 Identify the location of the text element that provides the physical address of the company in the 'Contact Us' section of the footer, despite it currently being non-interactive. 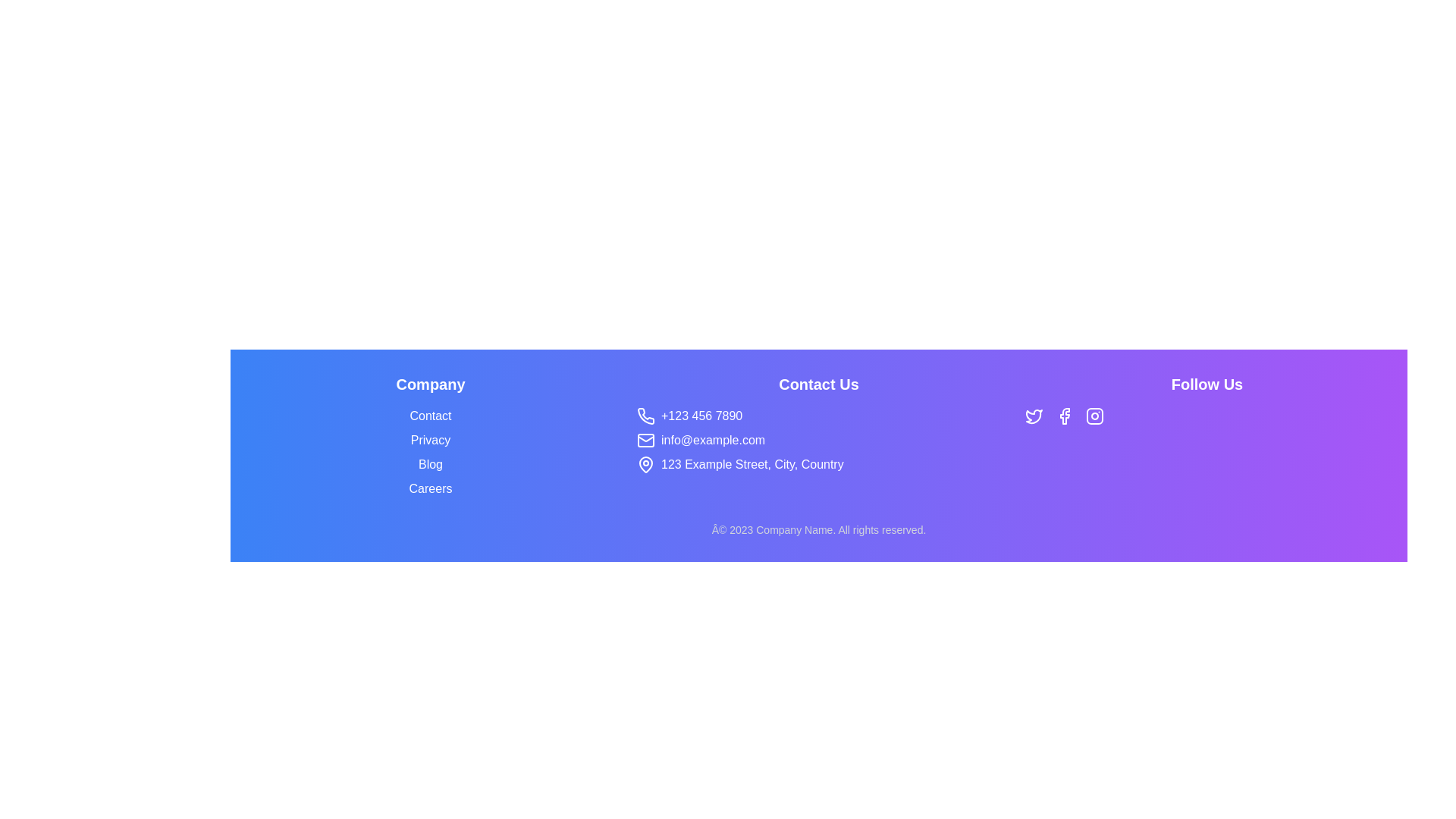
(752, 464).